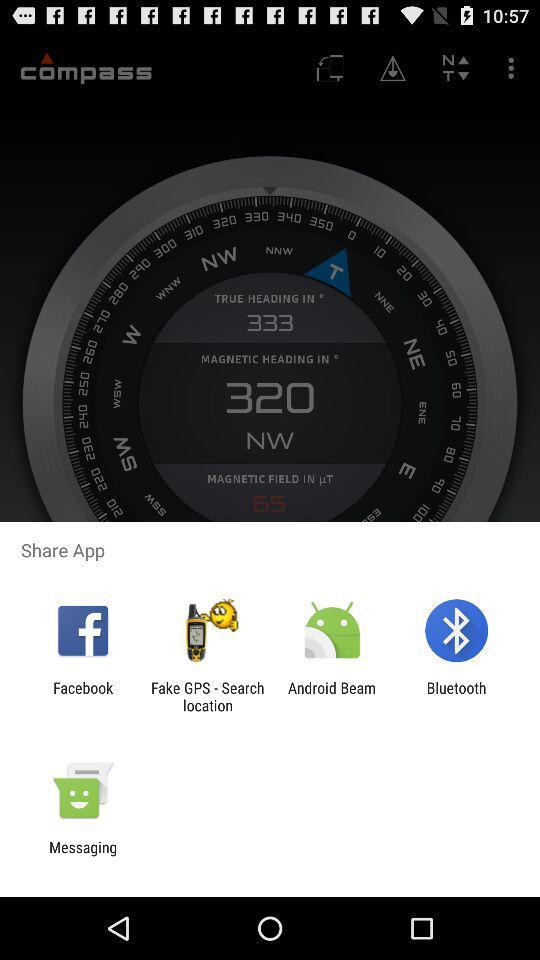  I want to click on app to the right of fake gps search icon, so click(332, 696).